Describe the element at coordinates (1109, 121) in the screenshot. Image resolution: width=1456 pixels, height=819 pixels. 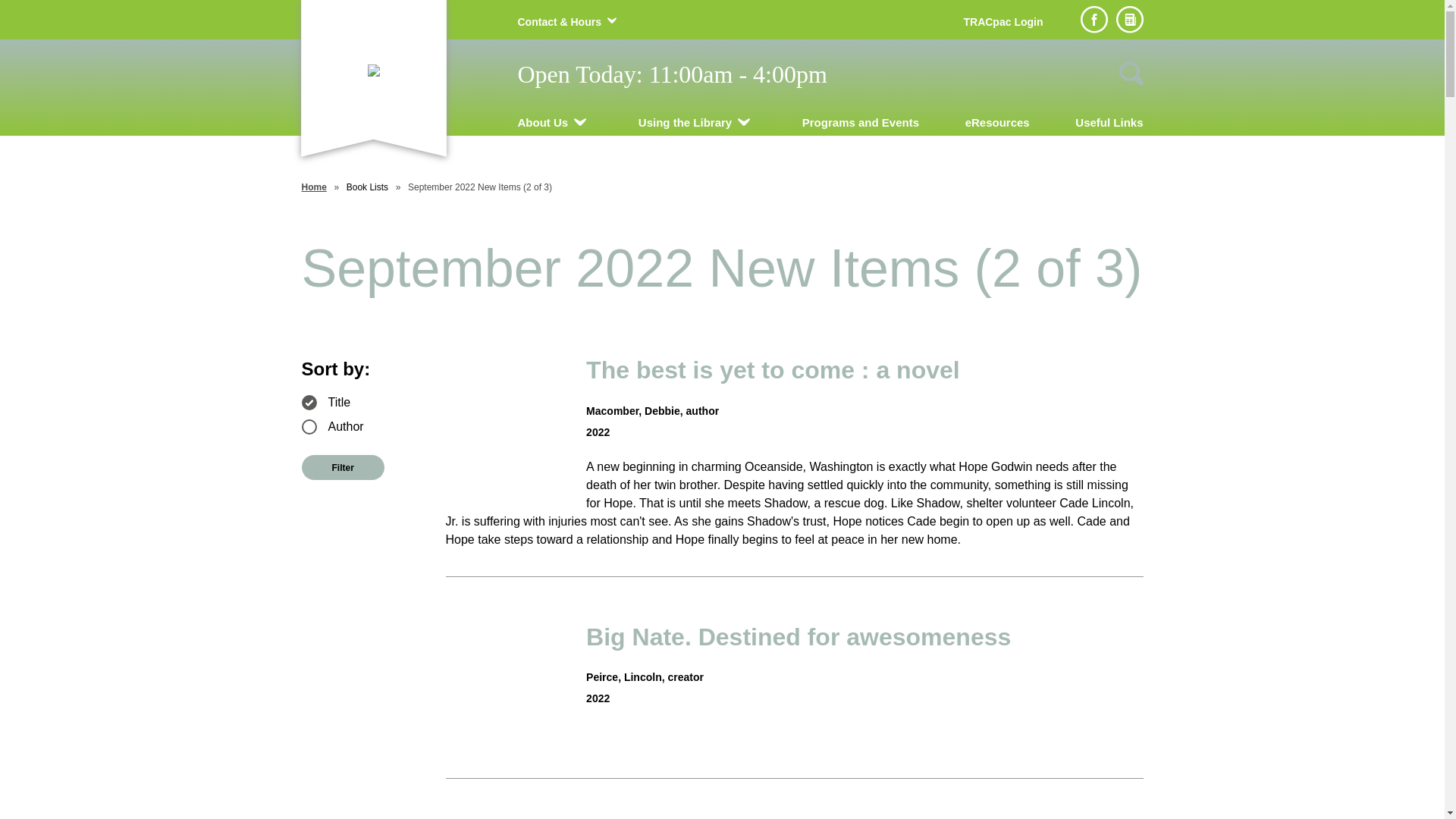
I see `'Useful Links'` at that location.